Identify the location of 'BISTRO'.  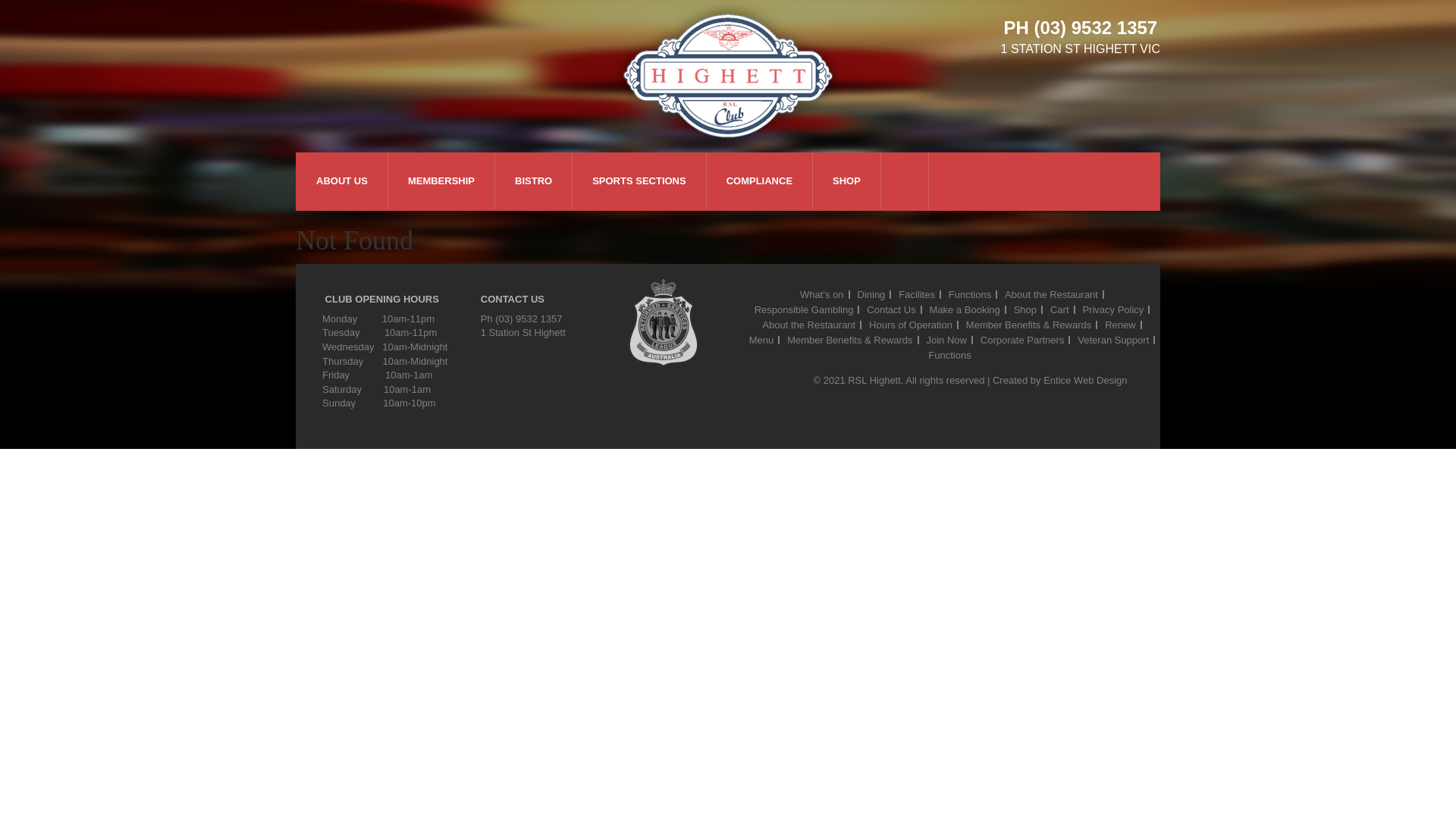
(533, 180).